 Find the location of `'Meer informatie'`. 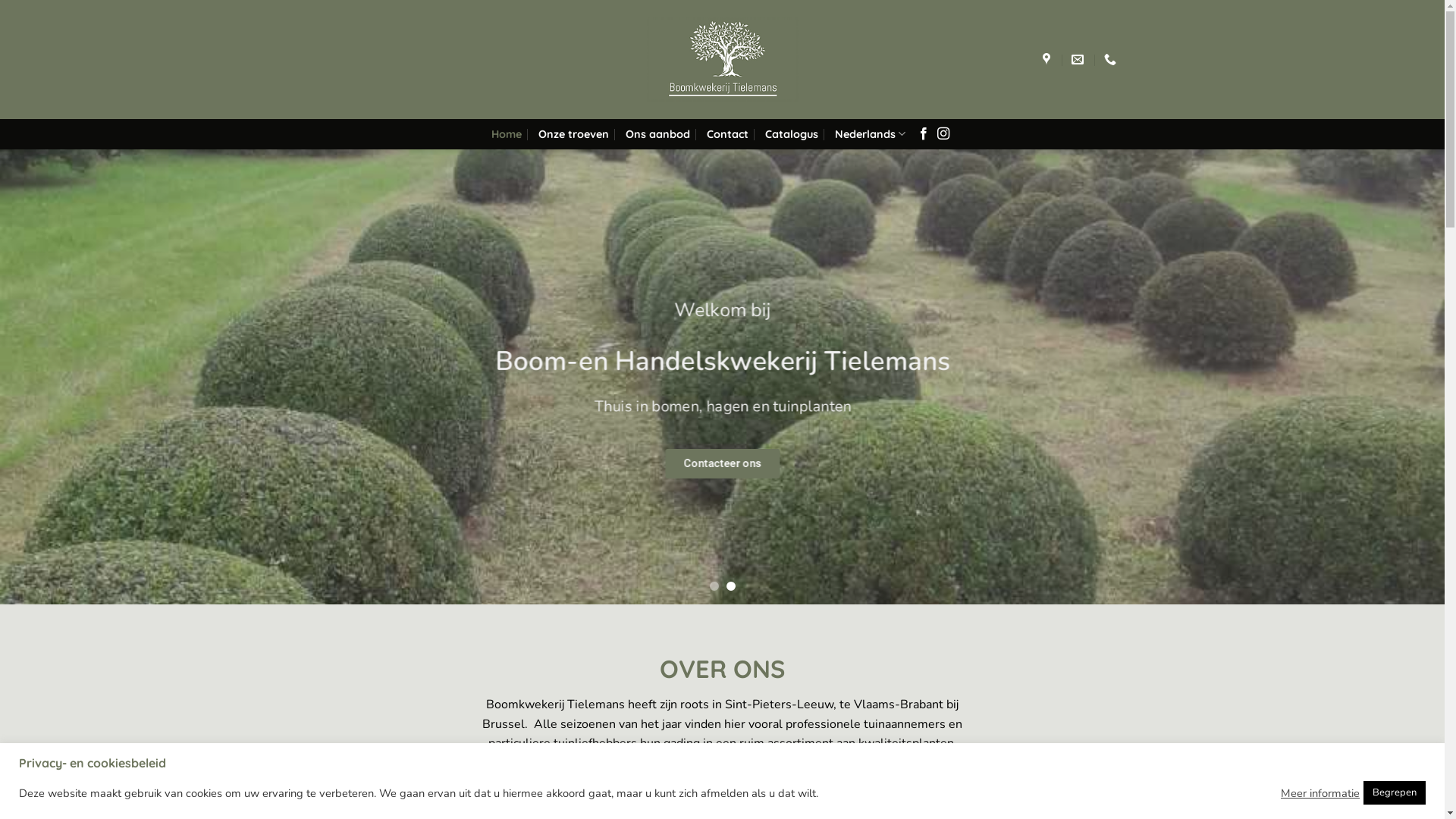

'Meer informatie' is located at coordinates (1319, 792).